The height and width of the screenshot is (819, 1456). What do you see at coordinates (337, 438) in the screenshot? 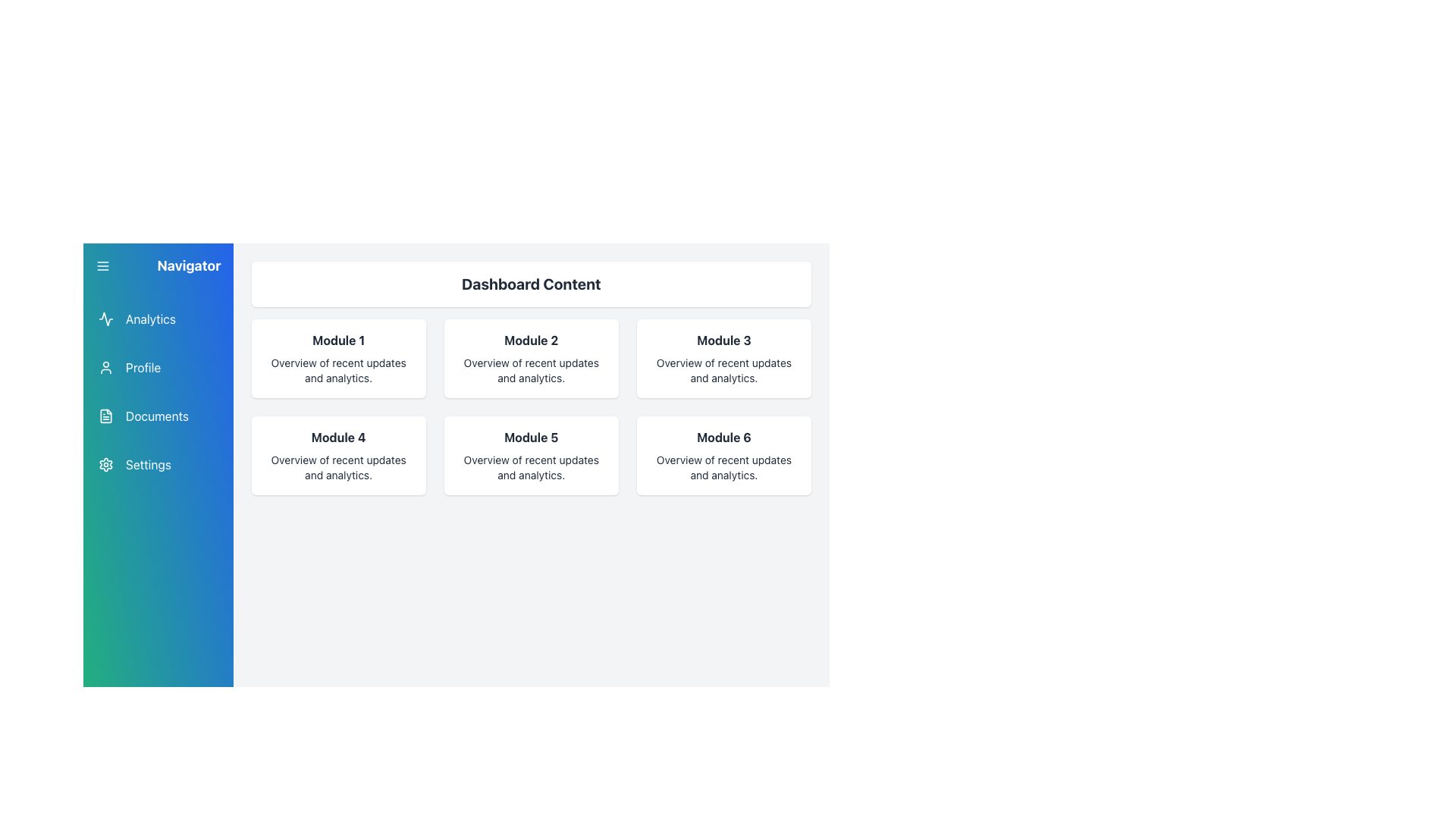
I see `the bold text 'Module 4' located in the top-left card of the second row in a grid of six cards, which is styled with a noticeable font weight and aligned at the top of a white card with rounded corners` at bounding box center [337, 438].